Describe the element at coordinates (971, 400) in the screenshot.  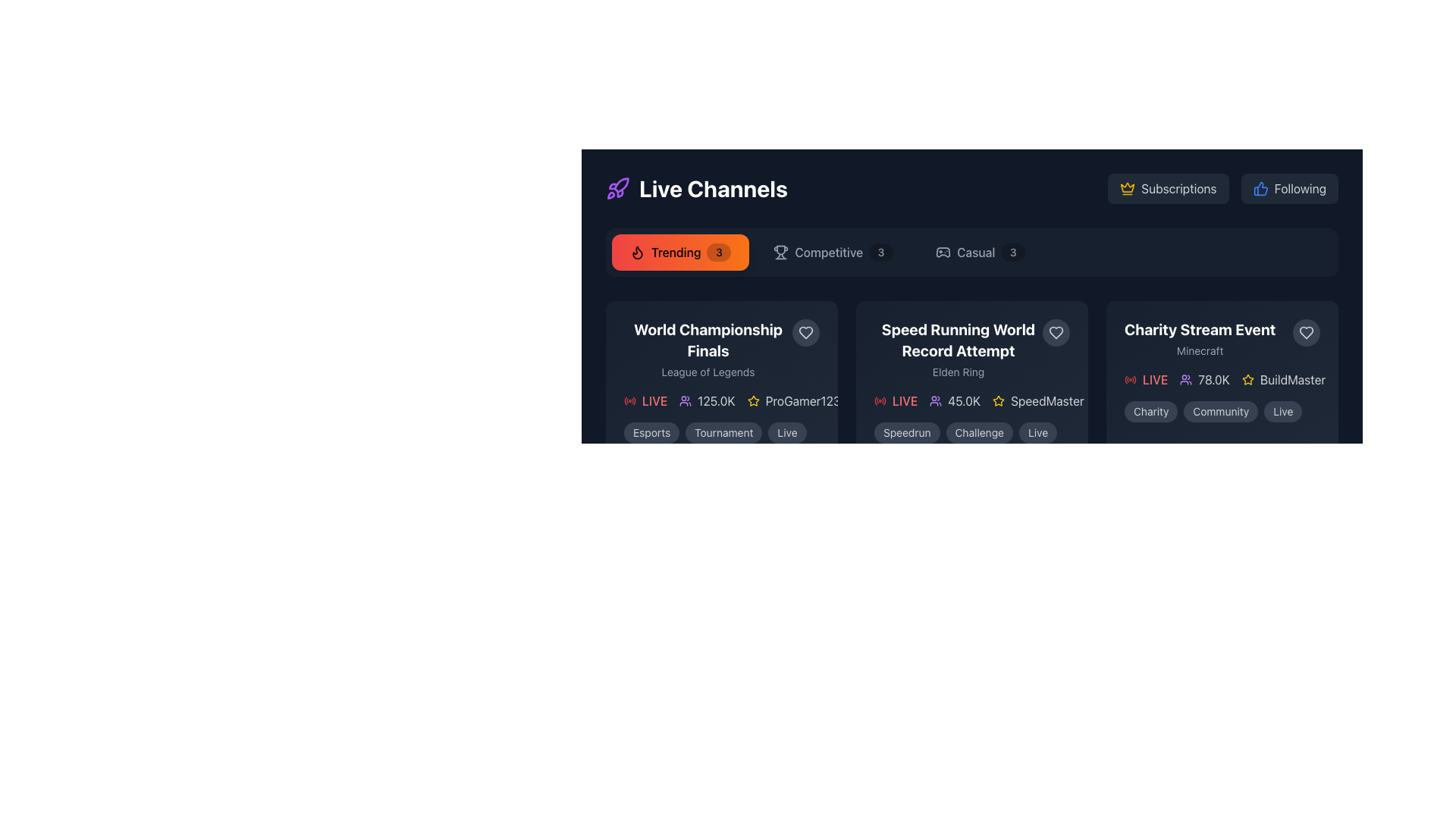
I see `the username 'SpeedMaster' in the informational row that includes a live indicator and viewer count for additional information` at that location.